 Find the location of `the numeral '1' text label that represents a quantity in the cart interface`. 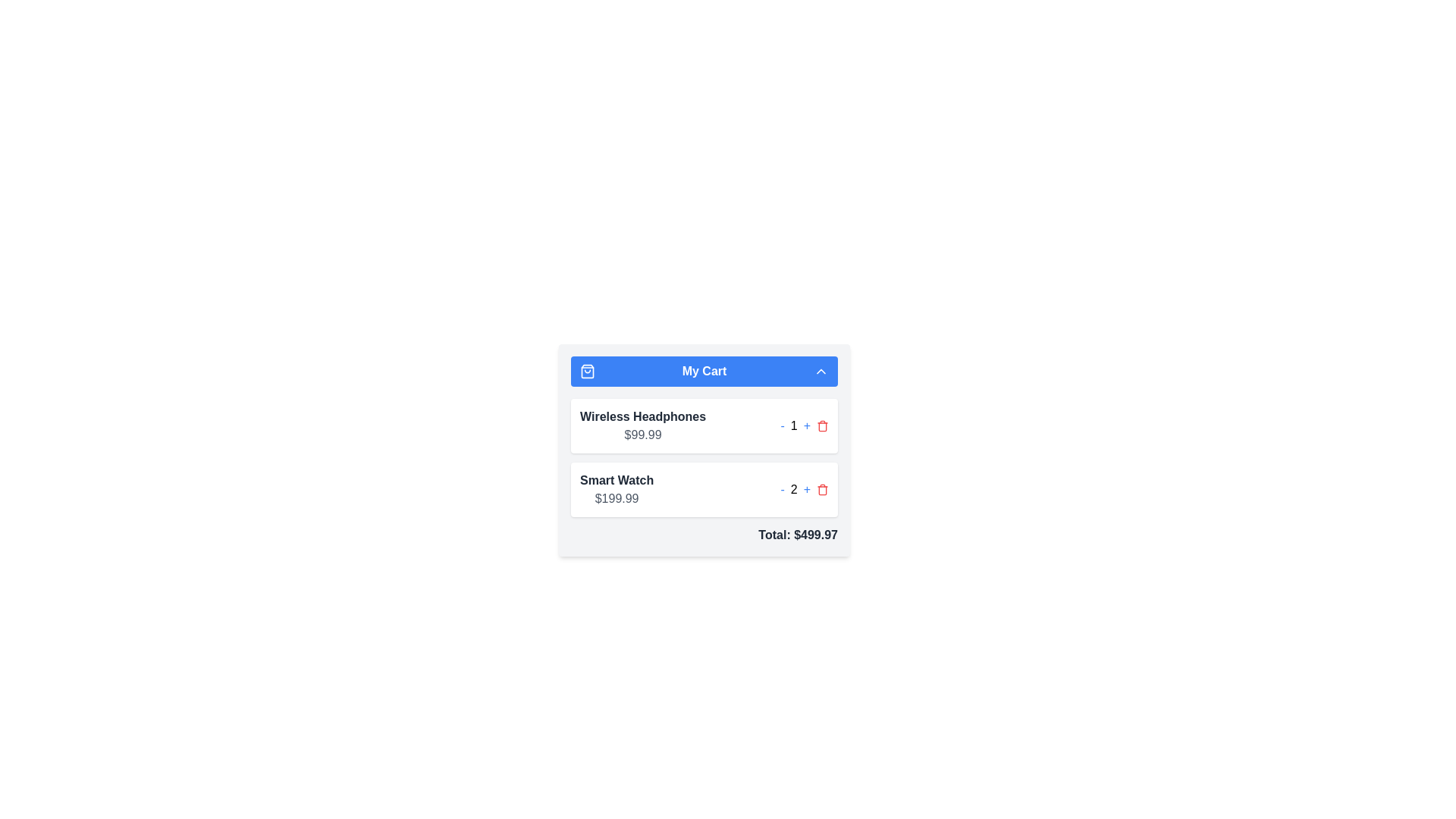

the numeral '1' text label that represents a quantity in the cart interface is located at coordinates (793, 426).